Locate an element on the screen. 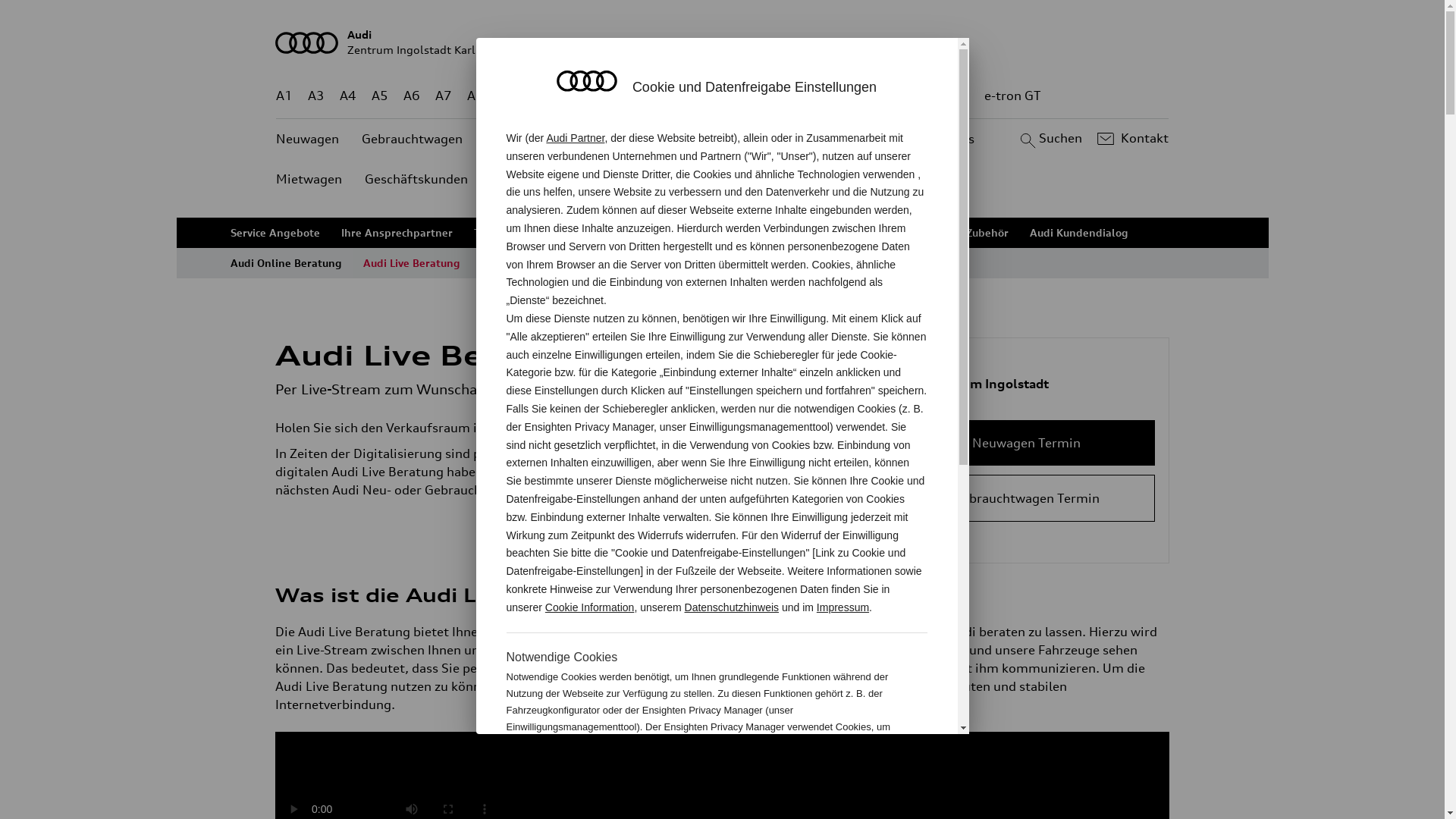  'Ihre Ansprechpartner' is located at coordinates (397, 233).